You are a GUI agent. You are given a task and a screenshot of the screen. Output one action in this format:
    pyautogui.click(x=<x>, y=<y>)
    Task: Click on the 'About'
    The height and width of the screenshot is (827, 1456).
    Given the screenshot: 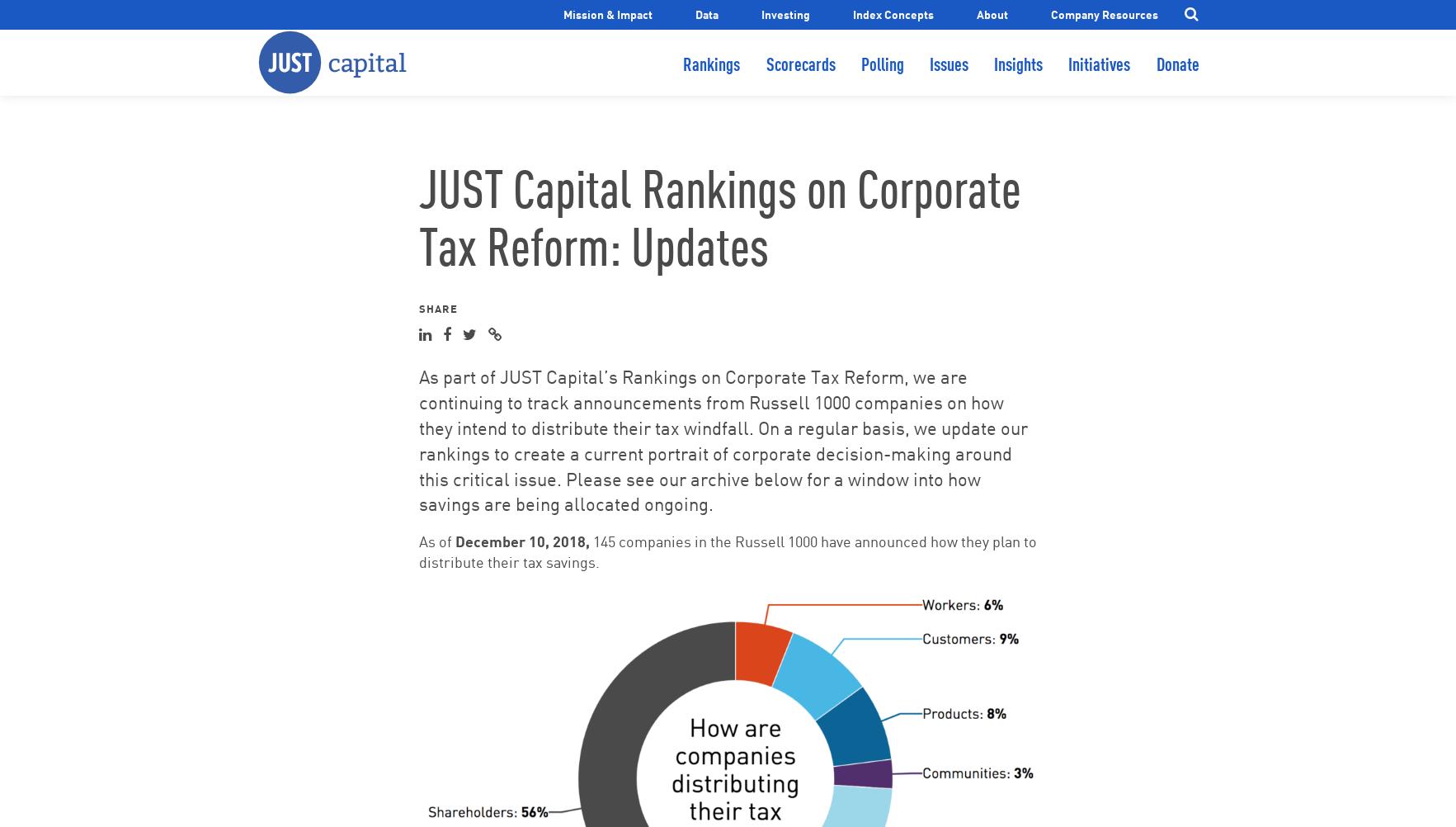 What is the action you would take?
    pyautogui.click(x=991, y=13)
    